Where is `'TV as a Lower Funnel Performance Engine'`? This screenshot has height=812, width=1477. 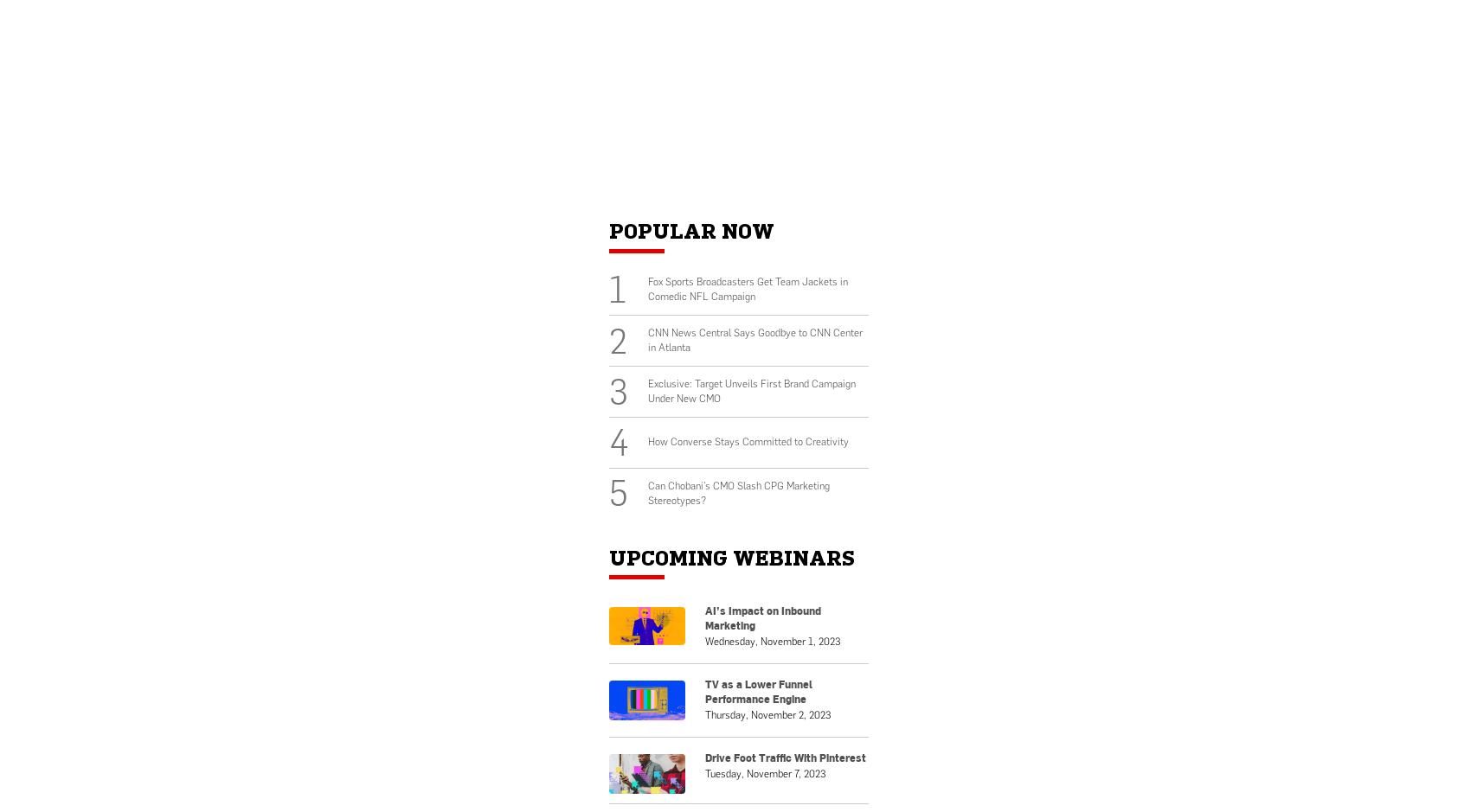
'TV as a Lower Funnel Performance Engine' is located at coordinates (758, 690).